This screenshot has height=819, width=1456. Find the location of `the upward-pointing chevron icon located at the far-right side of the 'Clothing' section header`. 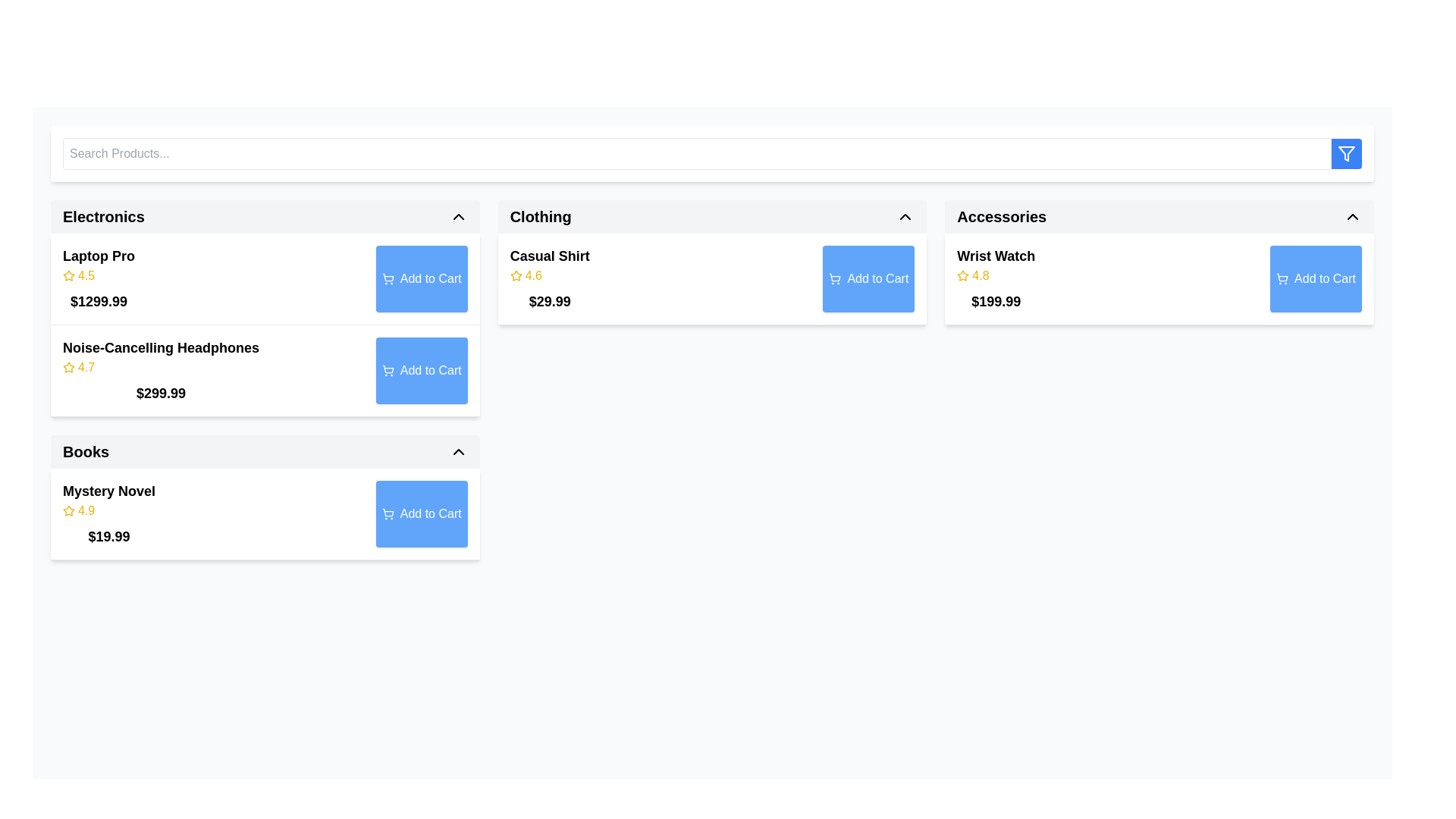

the upward-pointing chevron icon located at the far-right side of the 'Clothing' section header is located at coordinates (905, 216).